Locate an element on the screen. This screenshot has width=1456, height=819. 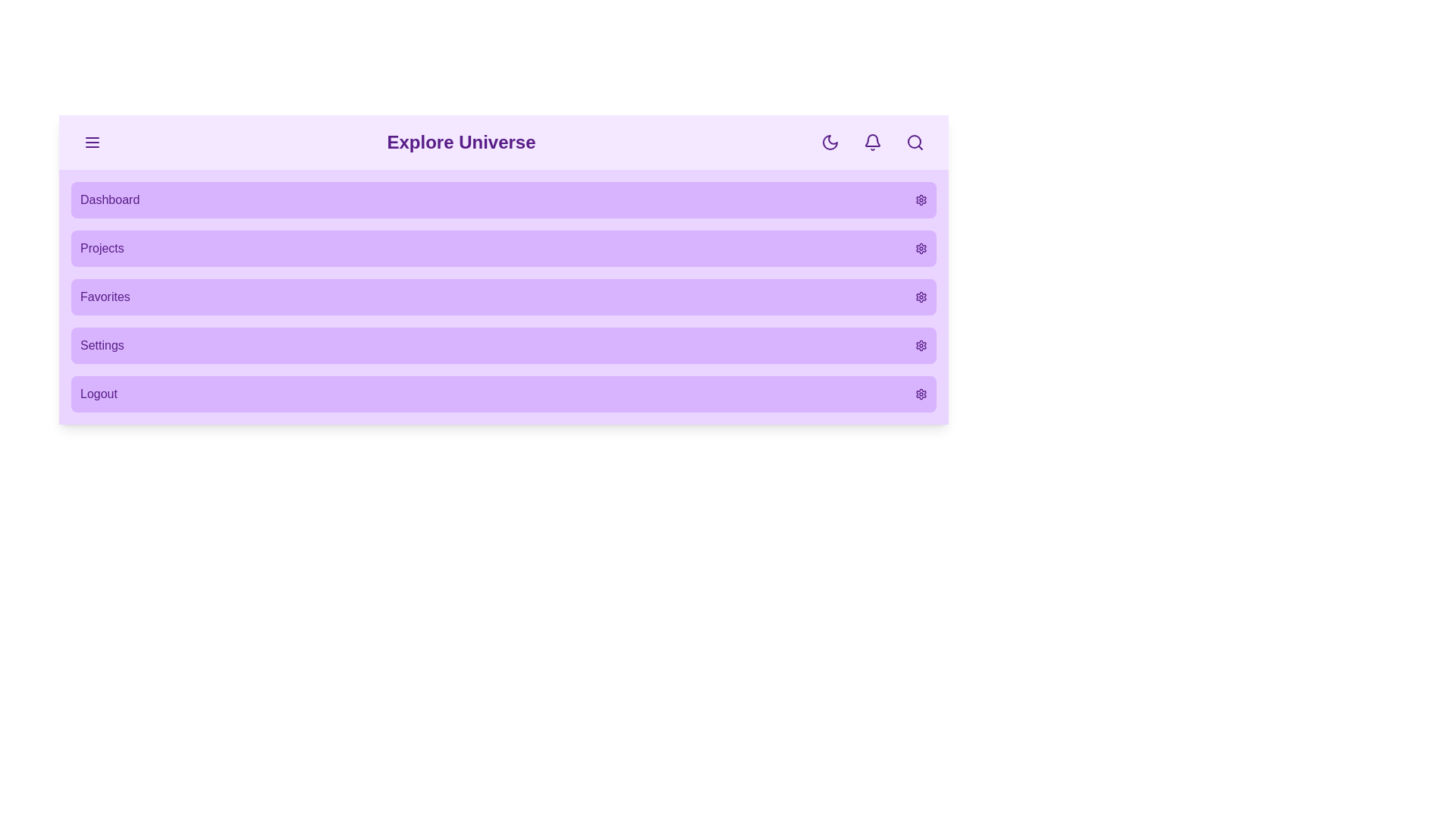
the settings icon for the menu item labeled Projects is located at coordinates (920, 247).